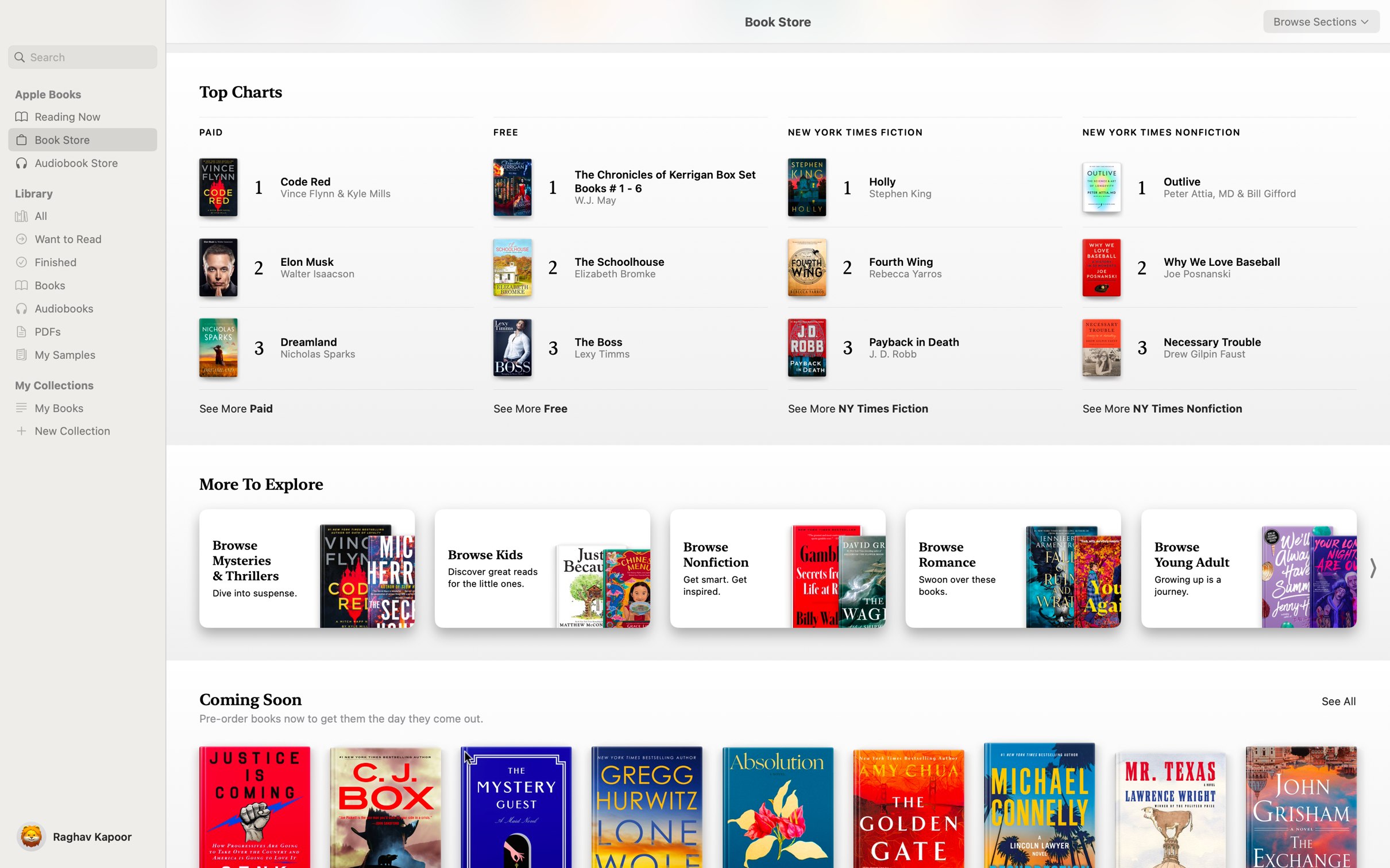 This screenshot has width=1390, height=868. Describe the element at coordinates (2615285, 968688) in the screenshot. I see `Move forward to view forthcoming titles` at that location.